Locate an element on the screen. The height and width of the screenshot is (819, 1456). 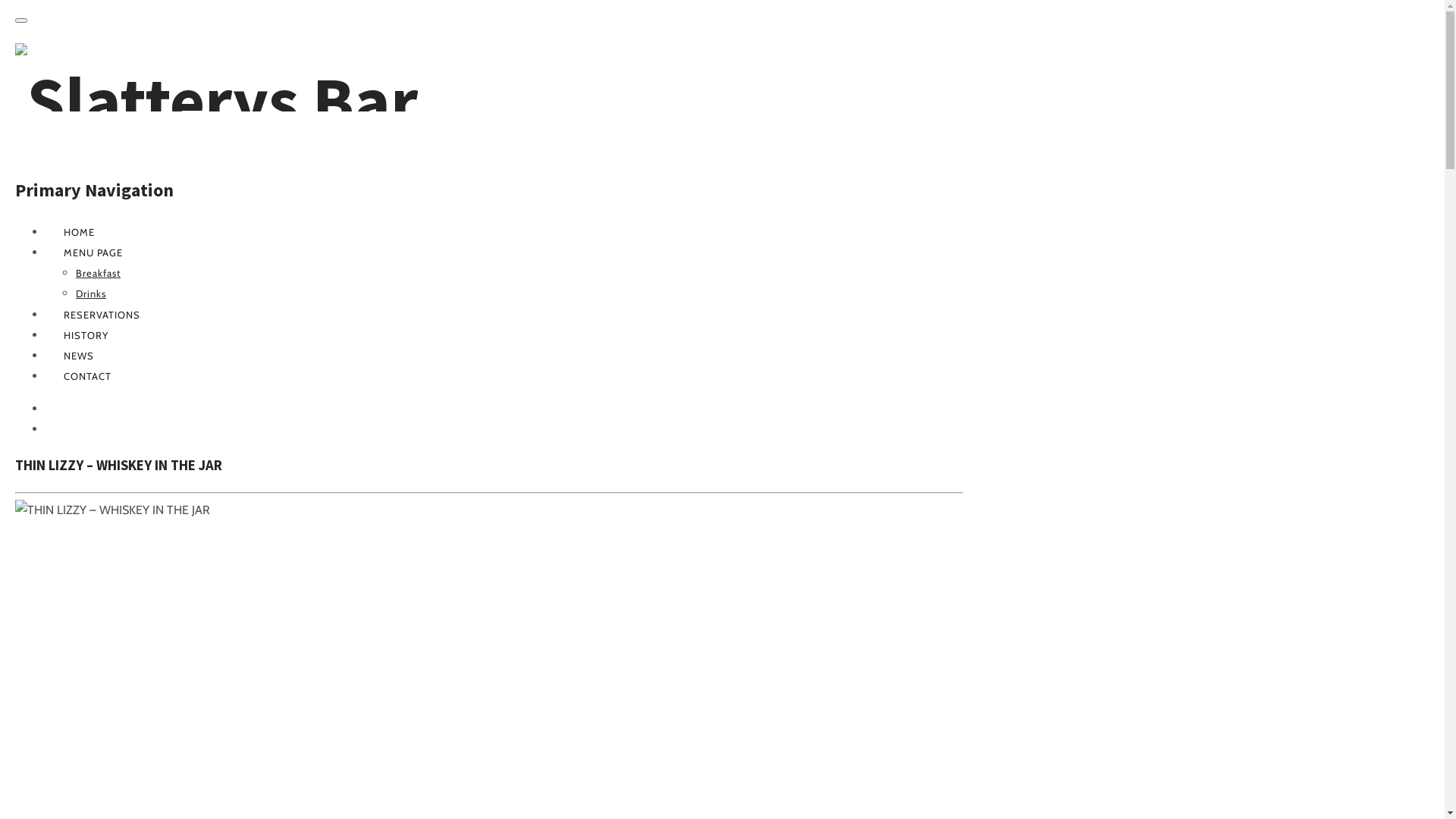
'BINATE DIGITAL' is located at coordinates (45, 408).